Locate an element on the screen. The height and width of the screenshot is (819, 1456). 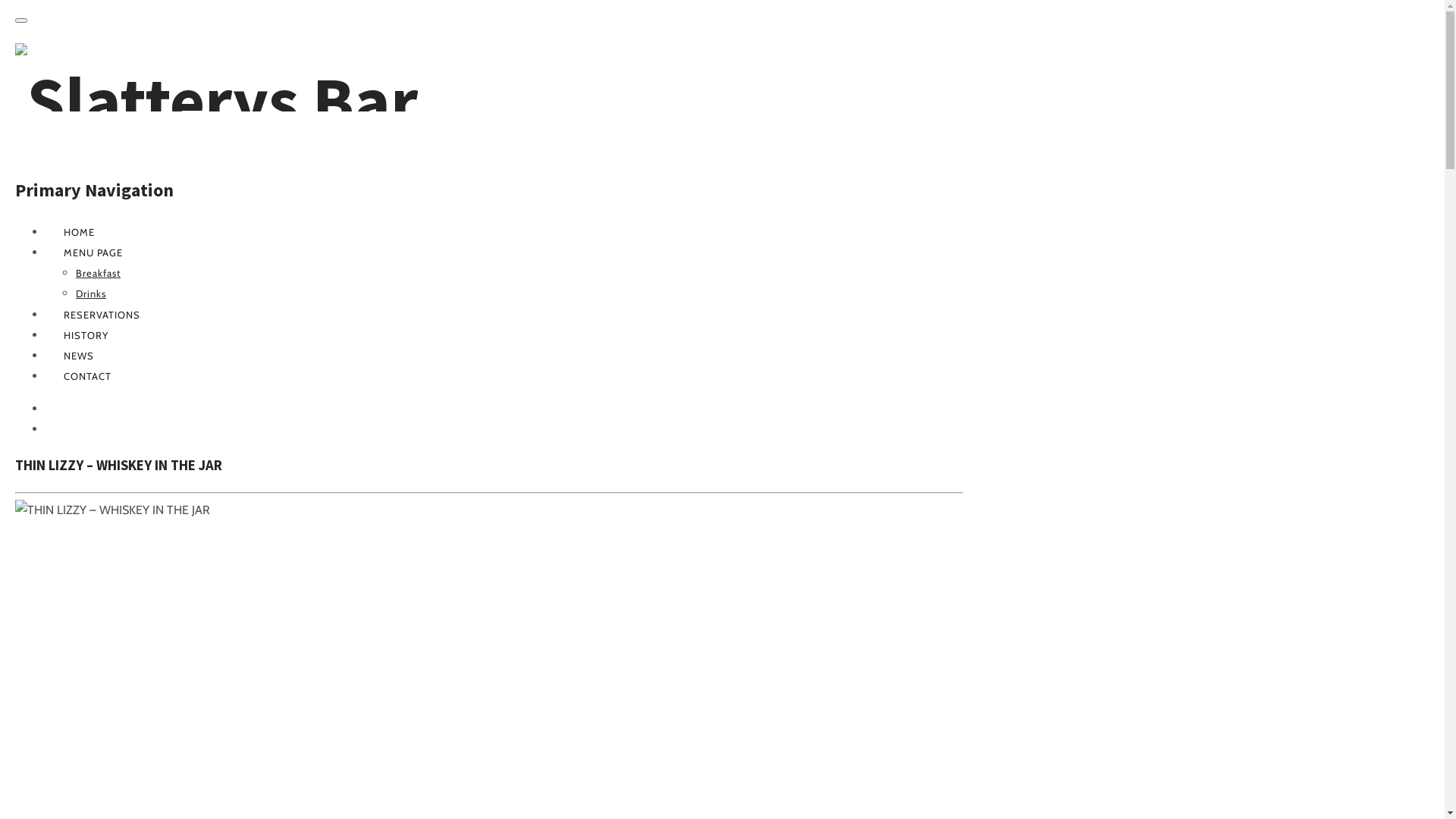
'BINATE DIGITAL' is located at coordinates (45, 408).